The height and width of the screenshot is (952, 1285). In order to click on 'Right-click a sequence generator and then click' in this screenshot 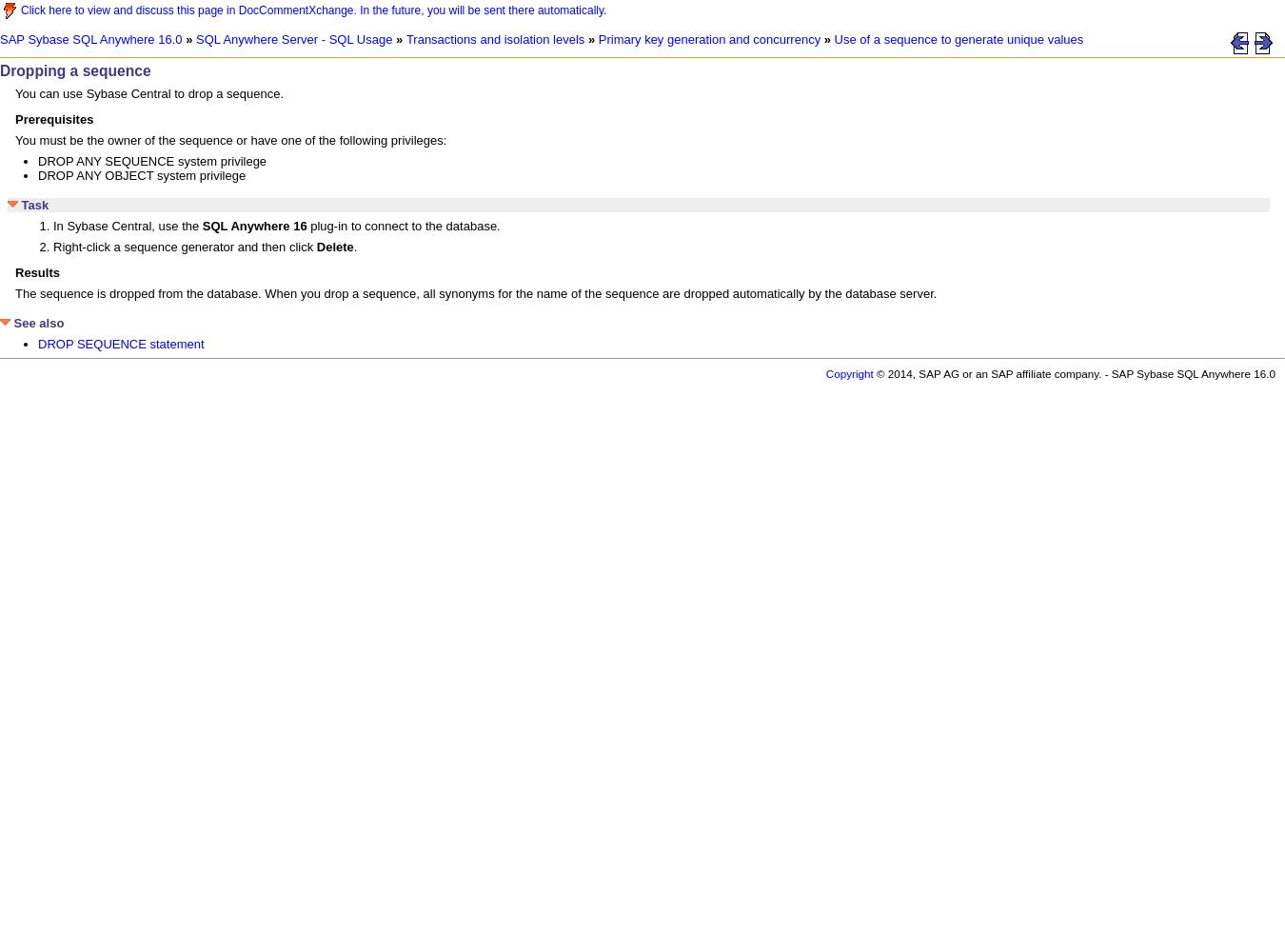, I will do `click(184, 246)`.